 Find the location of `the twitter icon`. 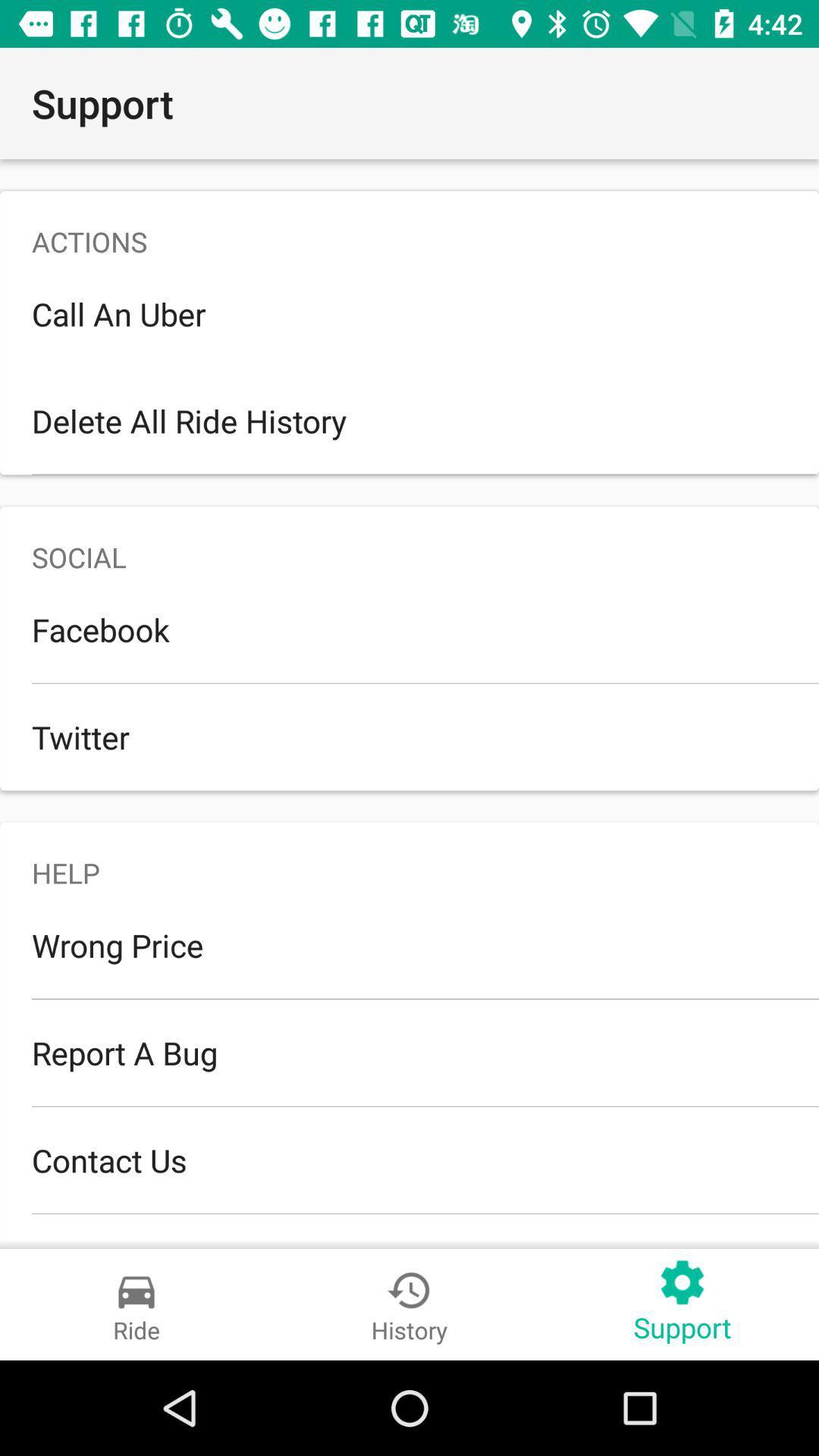

the twitter icon is located at coordinates (409, 736).